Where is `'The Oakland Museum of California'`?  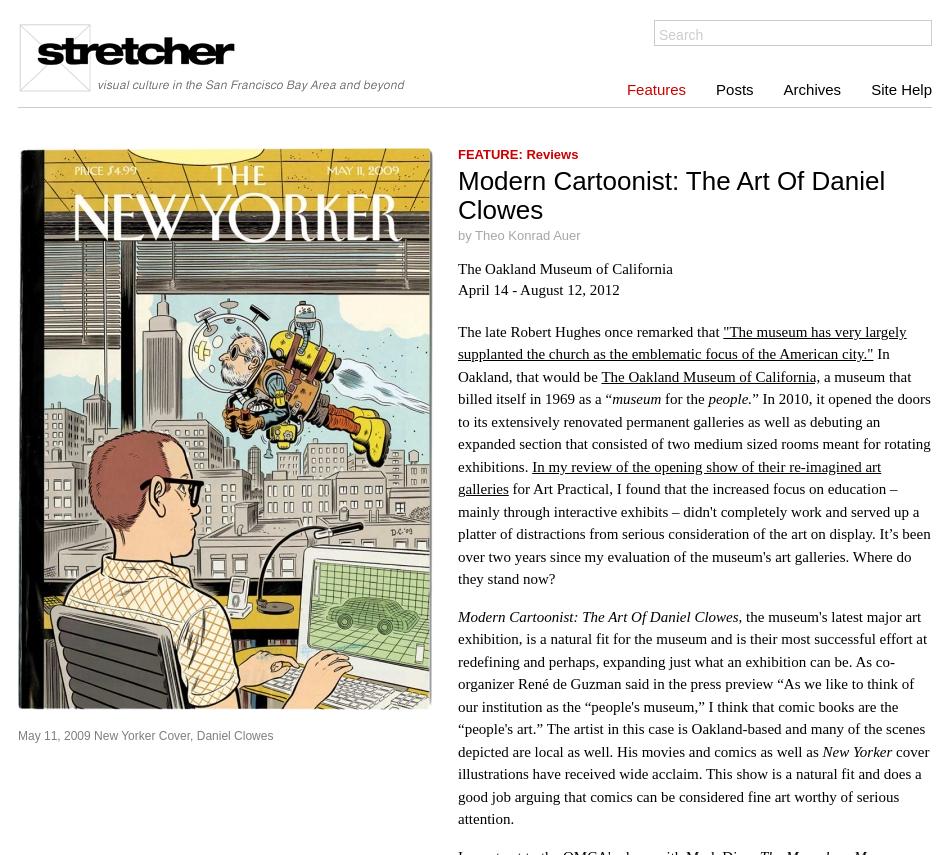
'The Oakland Museum of California' is located at coordinates (456, 268).